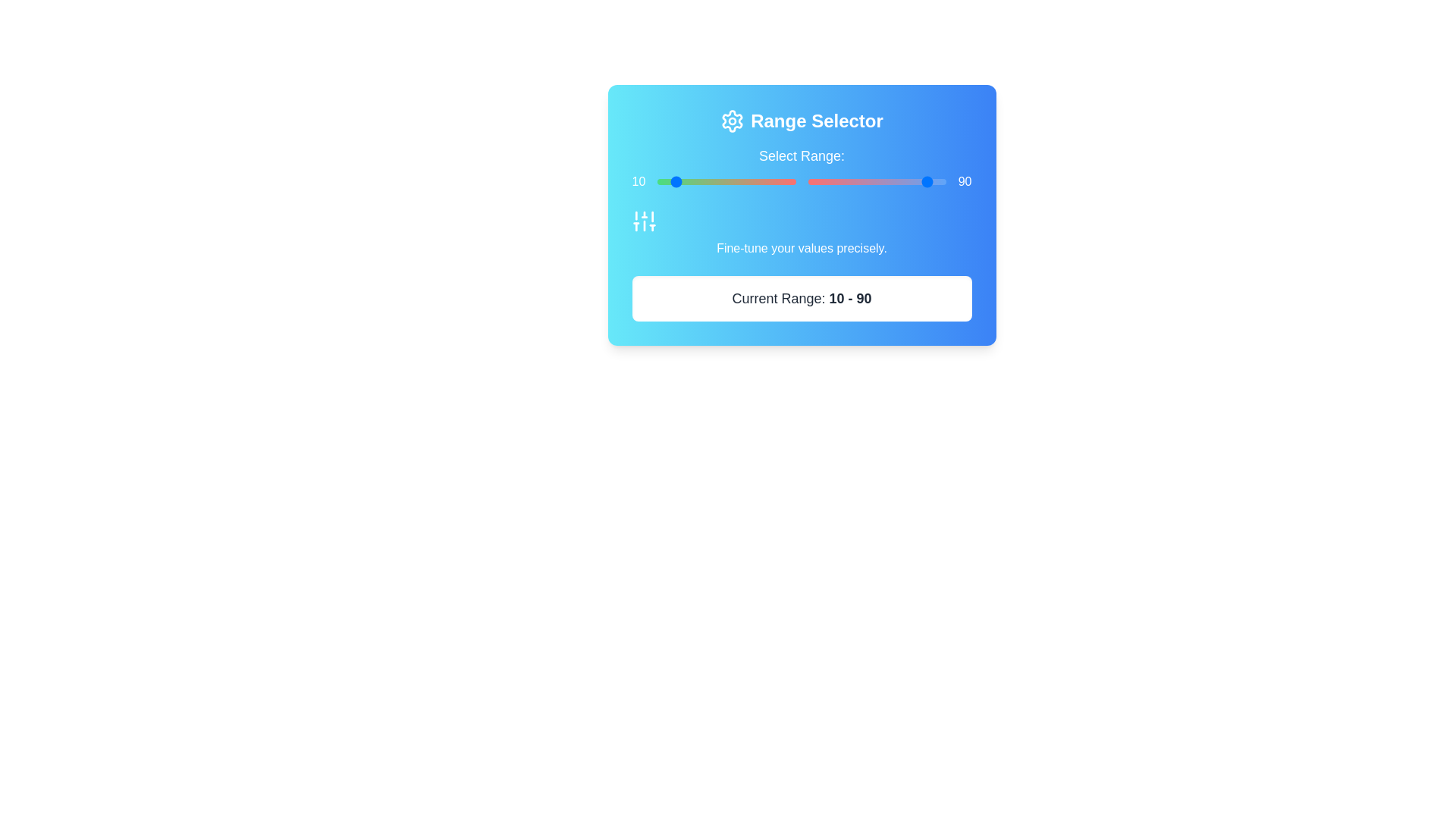 This screenshot has width=1456, height=819. Describe the element at coordinates (905, 180) in the screenshot. I see `the slider to set the value to 86` at that location.